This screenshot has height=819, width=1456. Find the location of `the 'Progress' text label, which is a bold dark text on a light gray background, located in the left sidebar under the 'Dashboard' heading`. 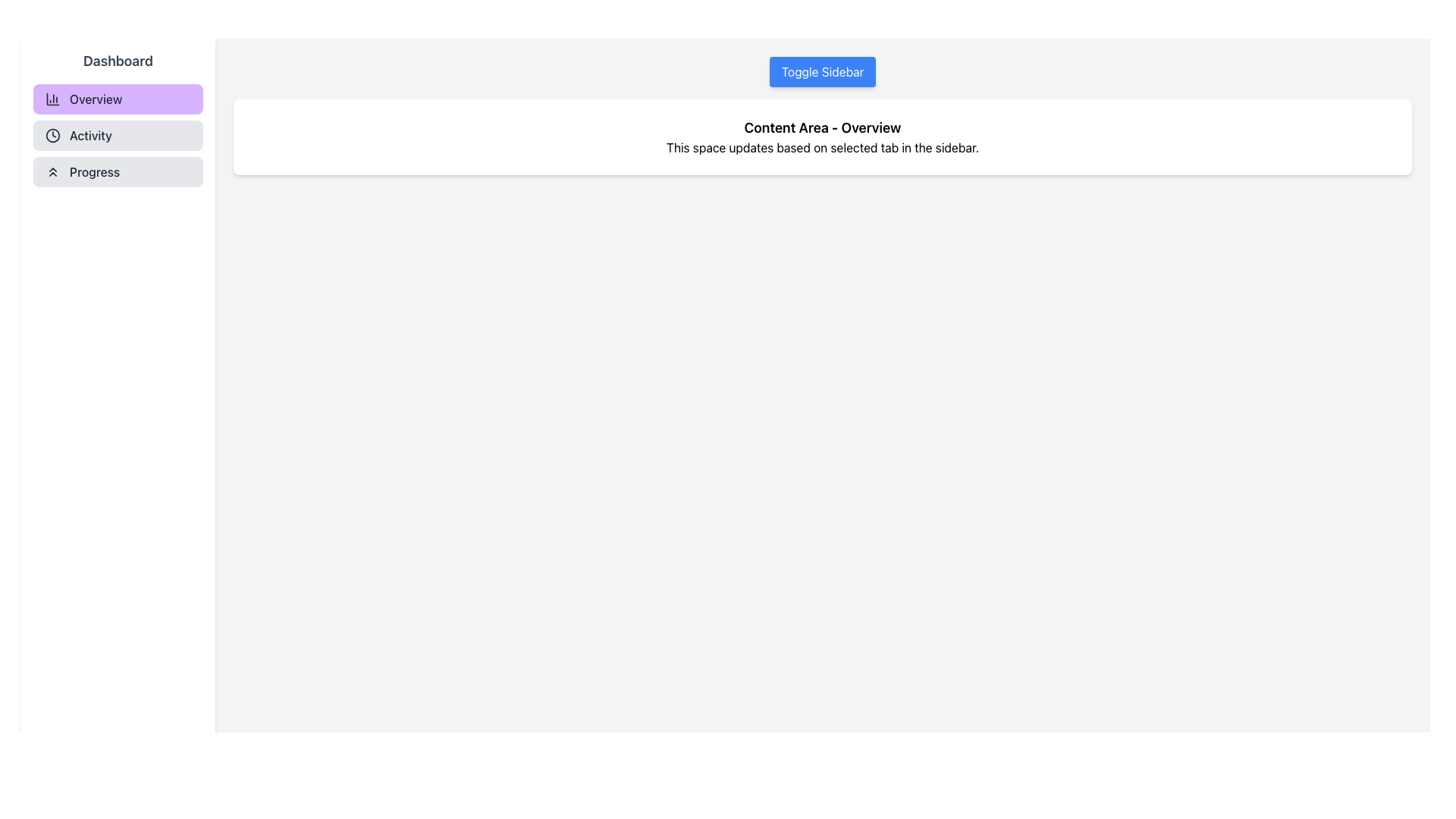

the 'Progress' text label, which is a bold dark text on a light gray background, located in the left sidebar under the 'Dashboard' heading is located at coordinates (93, 171).